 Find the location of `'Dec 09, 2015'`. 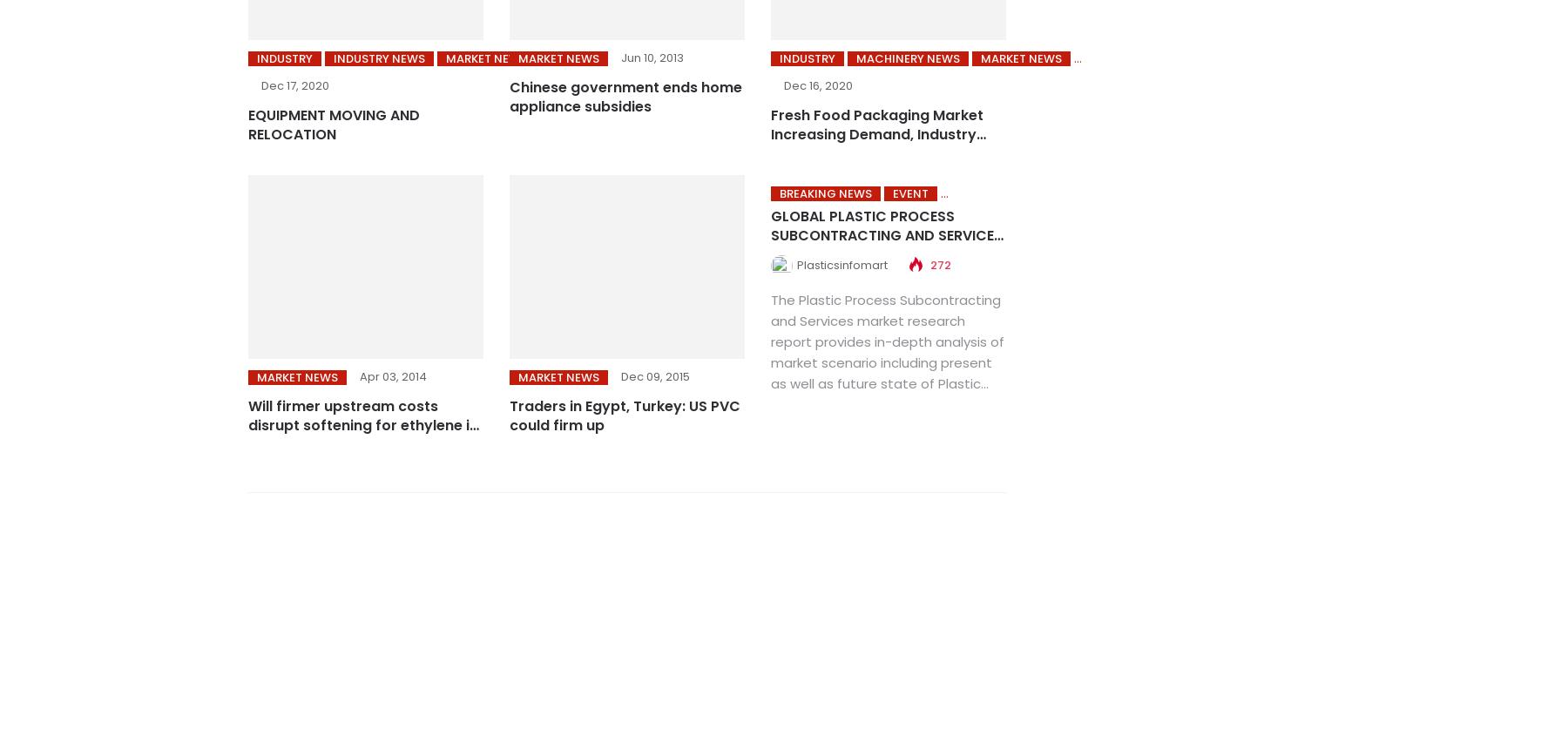

'Dec 09, 2015' is located at coordinates (653, 375).